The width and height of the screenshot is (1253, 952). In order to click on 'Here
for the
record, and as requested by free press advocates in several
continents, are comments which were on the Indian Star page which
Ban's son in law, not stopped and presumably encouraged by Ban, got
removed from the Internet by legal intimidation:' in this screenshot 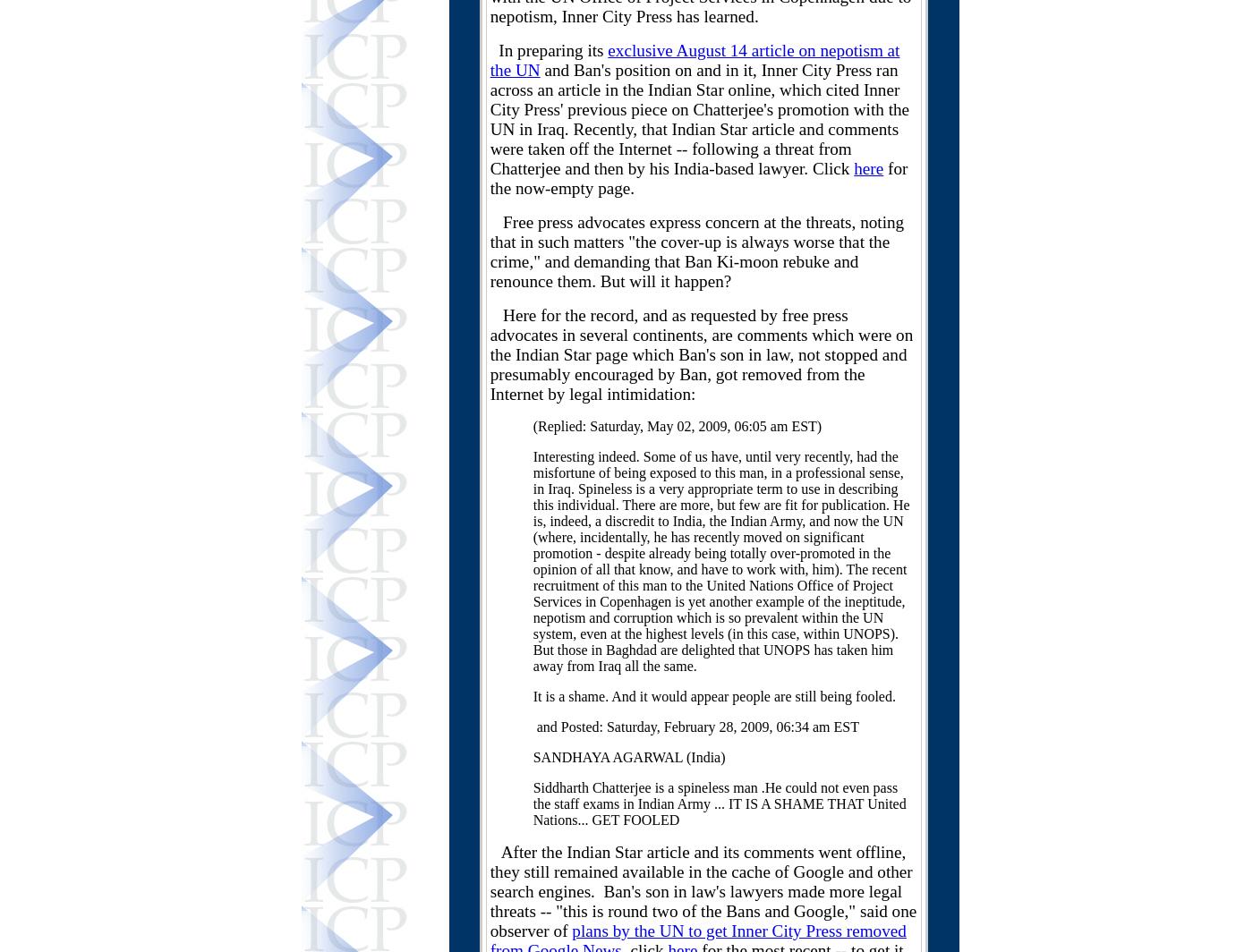, I will do `click(701, 354)`.